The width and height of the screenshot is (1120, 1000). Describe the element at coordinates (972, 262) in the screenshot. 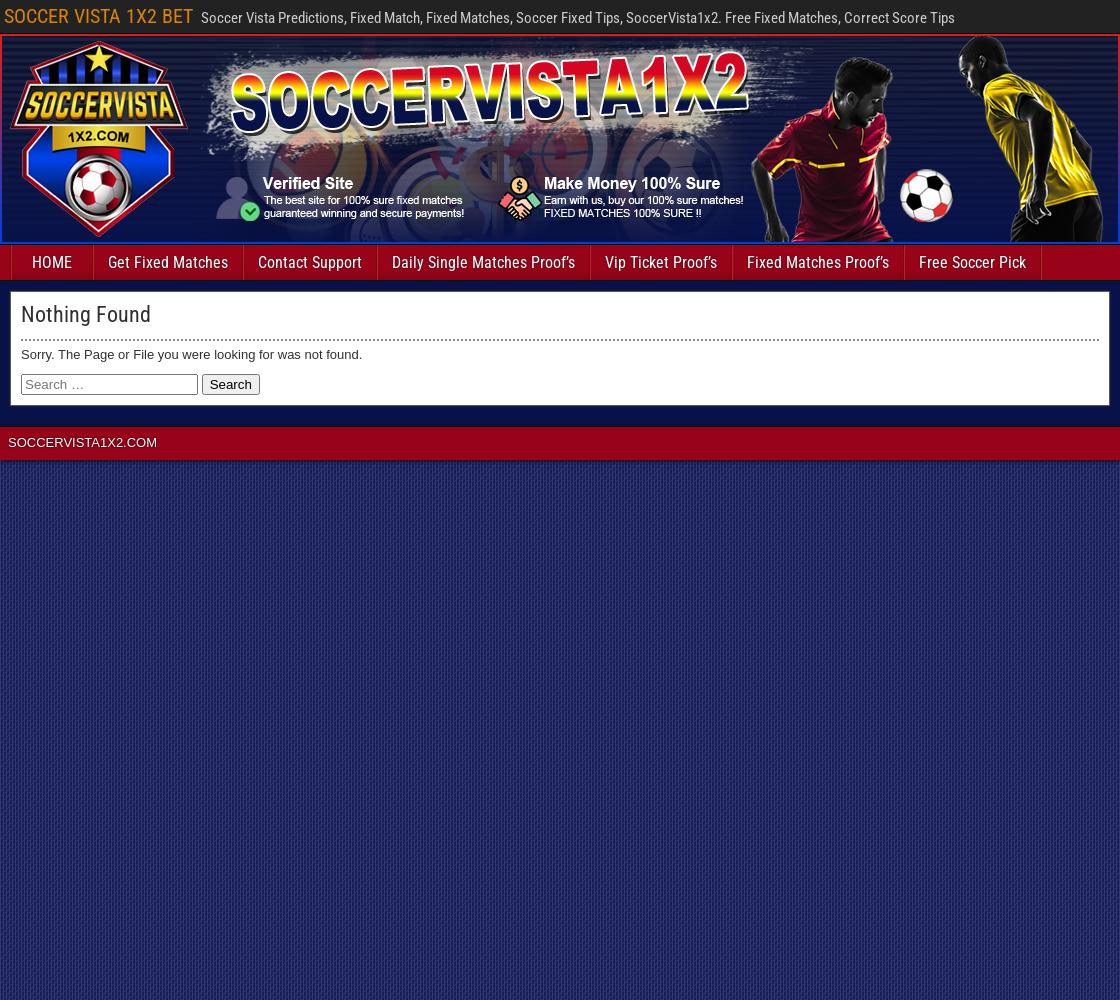

I see `'Free Soccer Pick'` at that location.